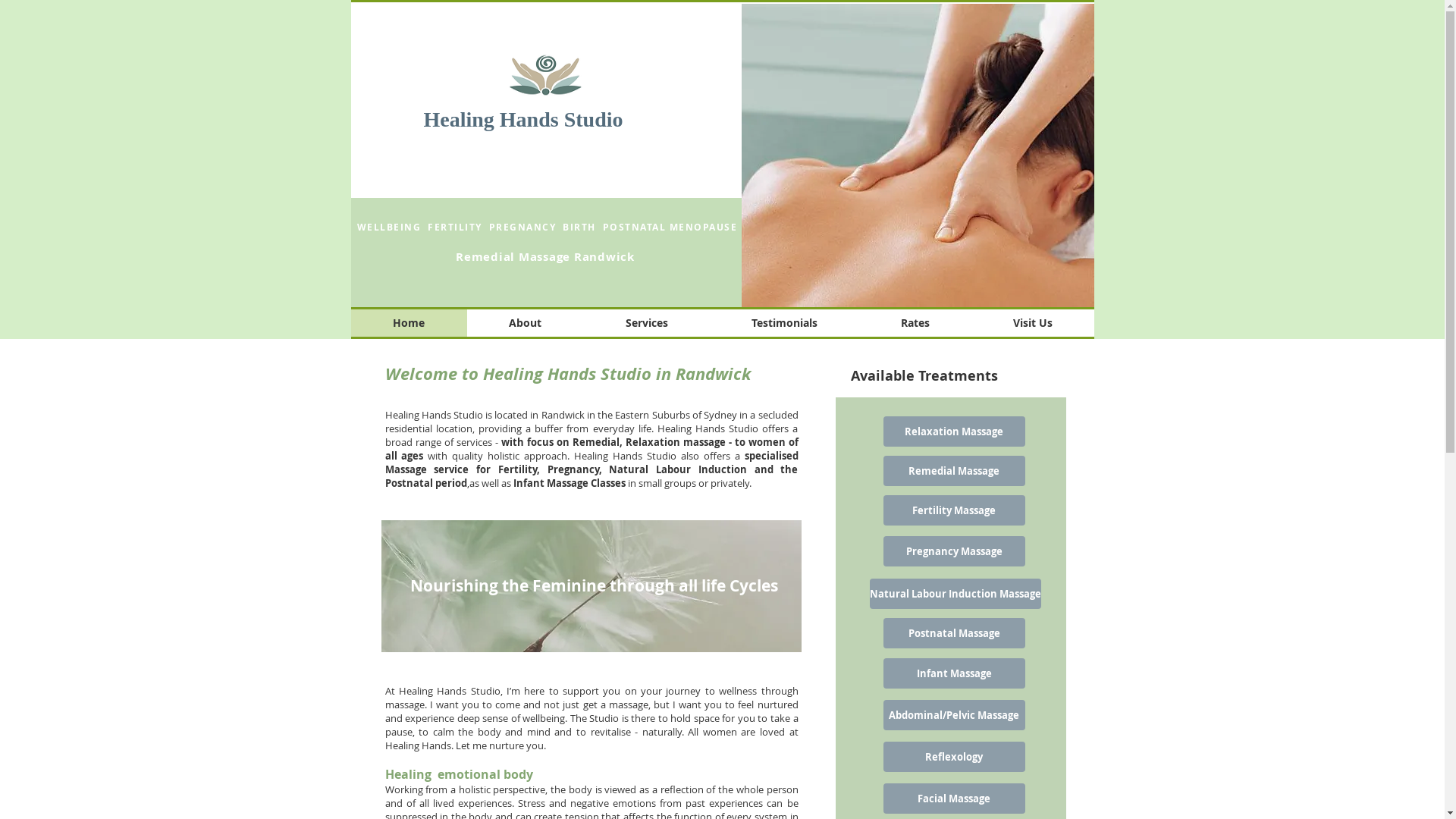 This screenshot has width=1456, height=819. I want to click on 'Facial Massage', so click(952, 798).